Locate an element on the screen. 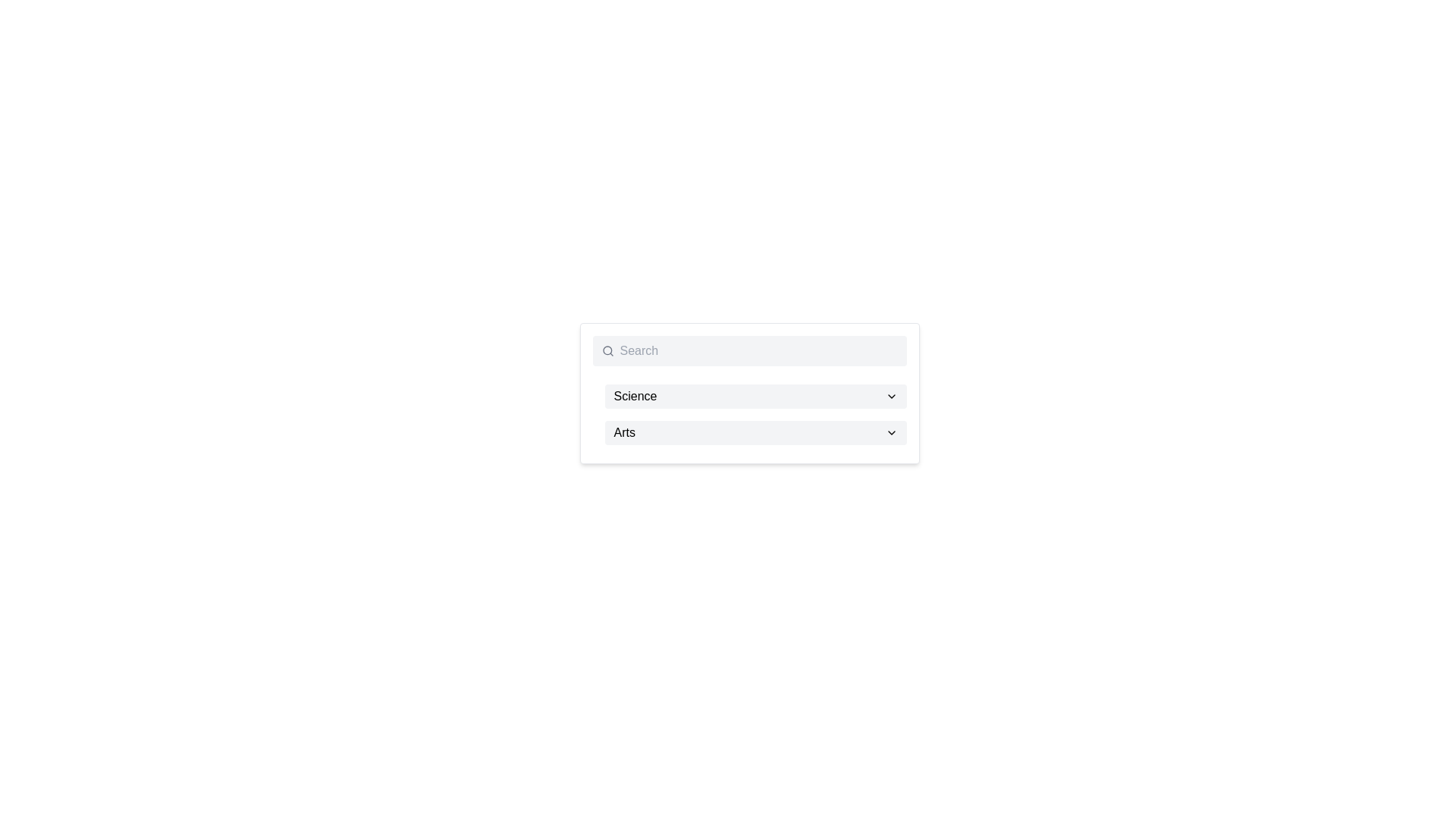 The image size is (1456, 819). the selectable list item labeled 'Arts' in the dropdown menu is located at coordinates (755, 432).